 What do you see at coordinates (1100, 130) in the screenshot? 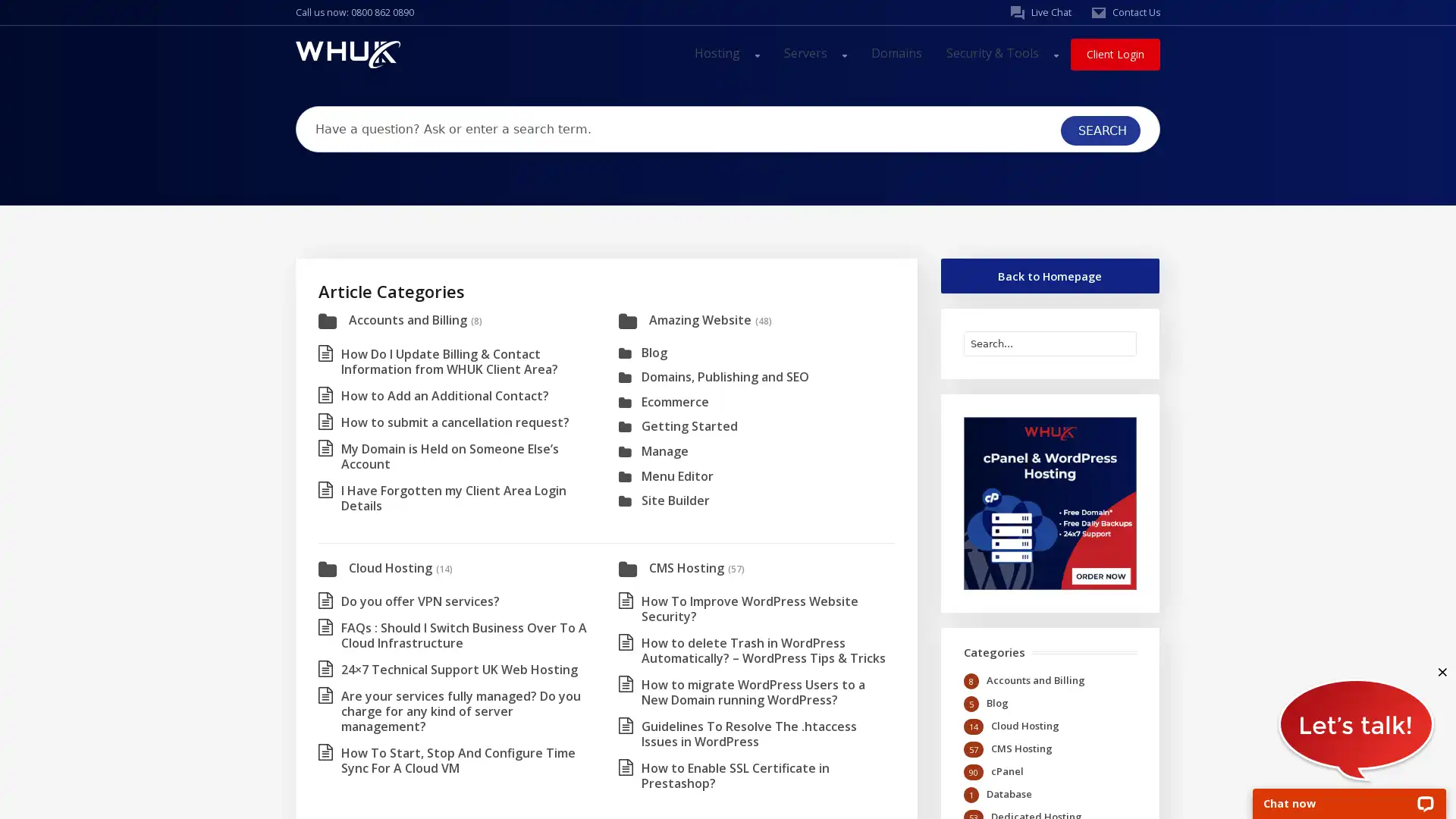
I see `SEARCH` at bounding box center [1100, 130].